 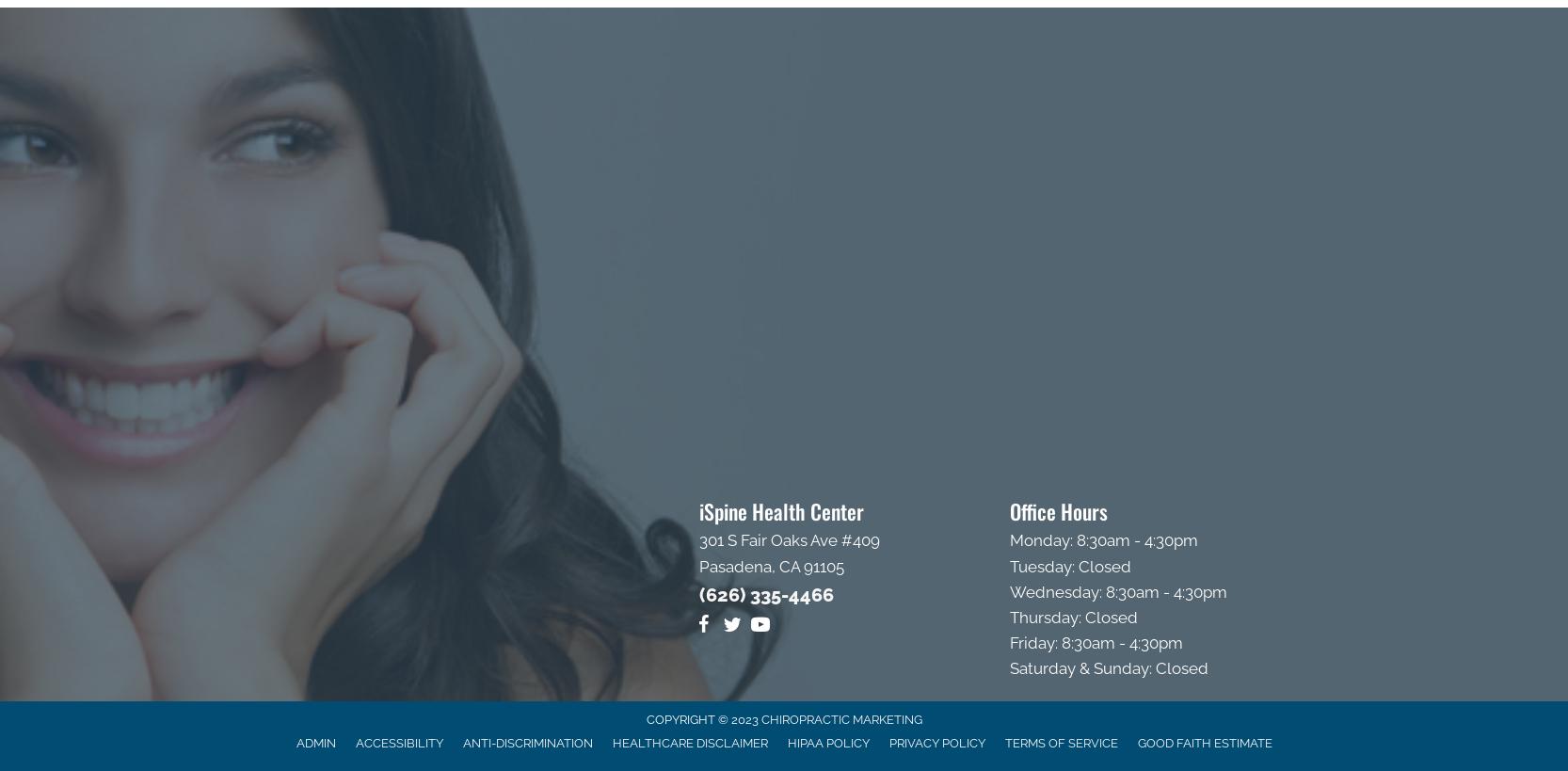 What do you see at coordinates (397, 743) in the screenshot?
I see `'Accessibility'` at bounding box center [397, 743].